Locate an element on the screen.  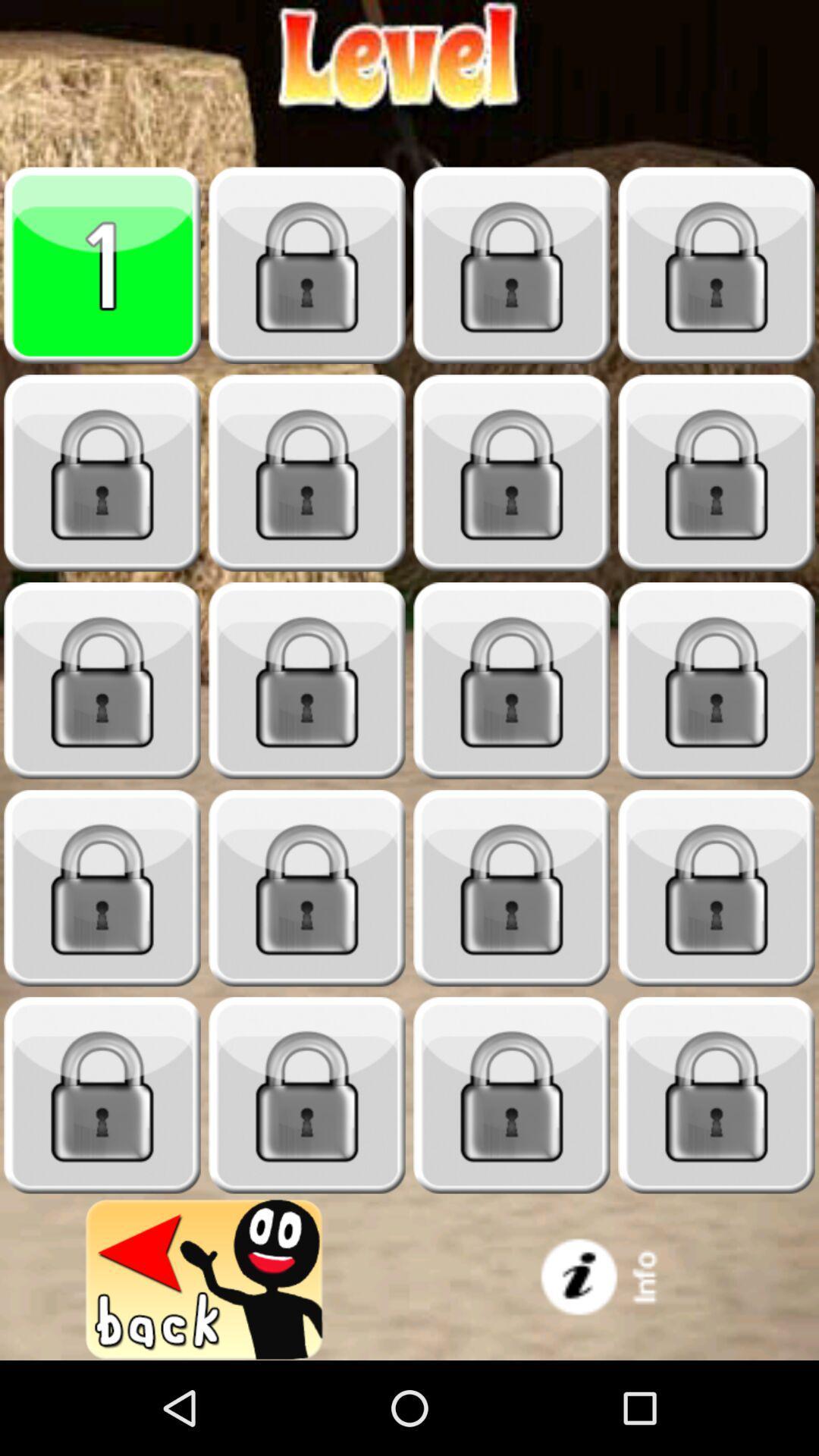
unlock new level is located at coordinates (307, 680).